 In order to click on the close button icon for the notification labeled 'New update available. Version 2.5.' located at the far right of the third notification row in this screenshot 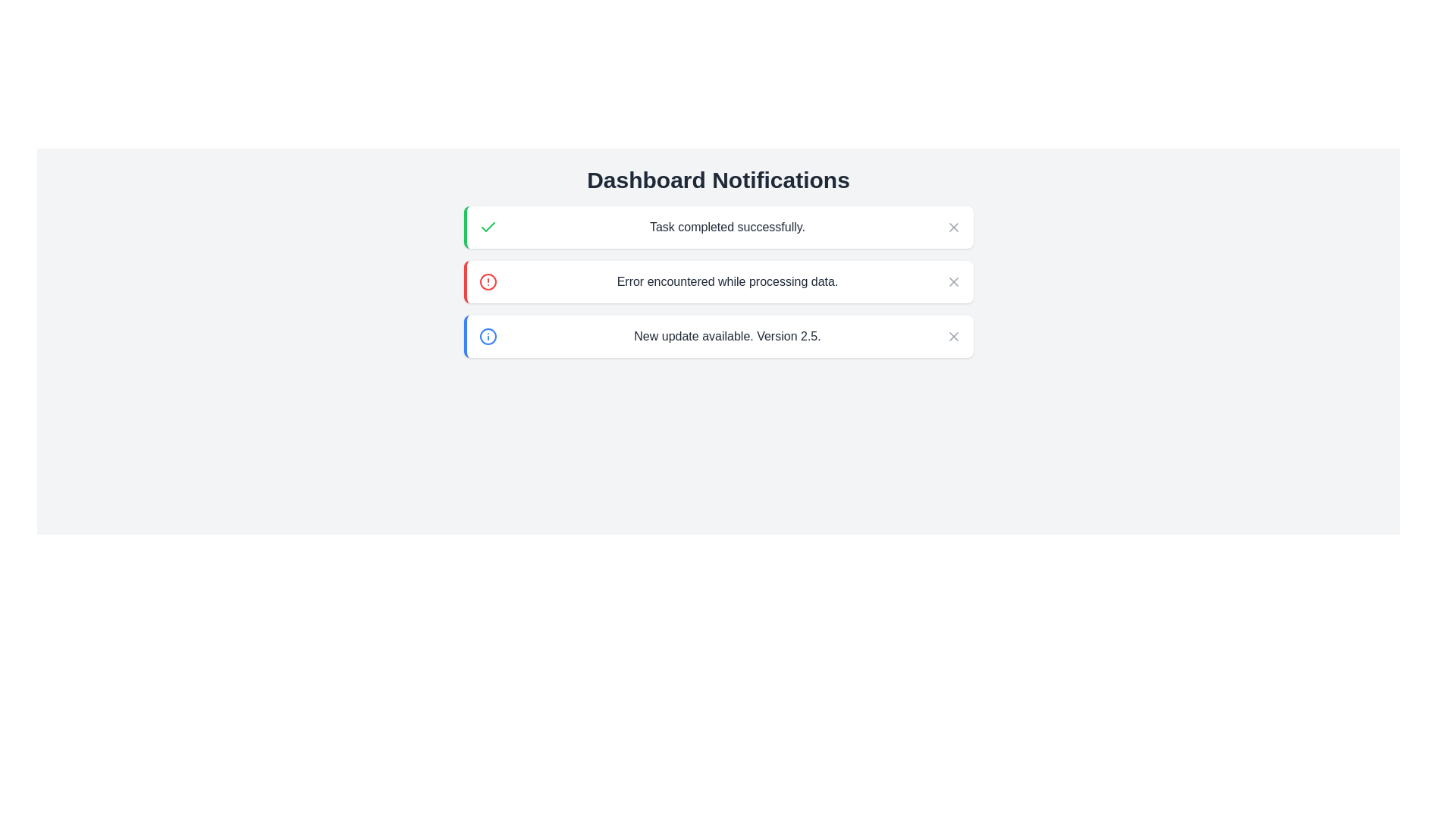, I will do `click(952, 335)`.